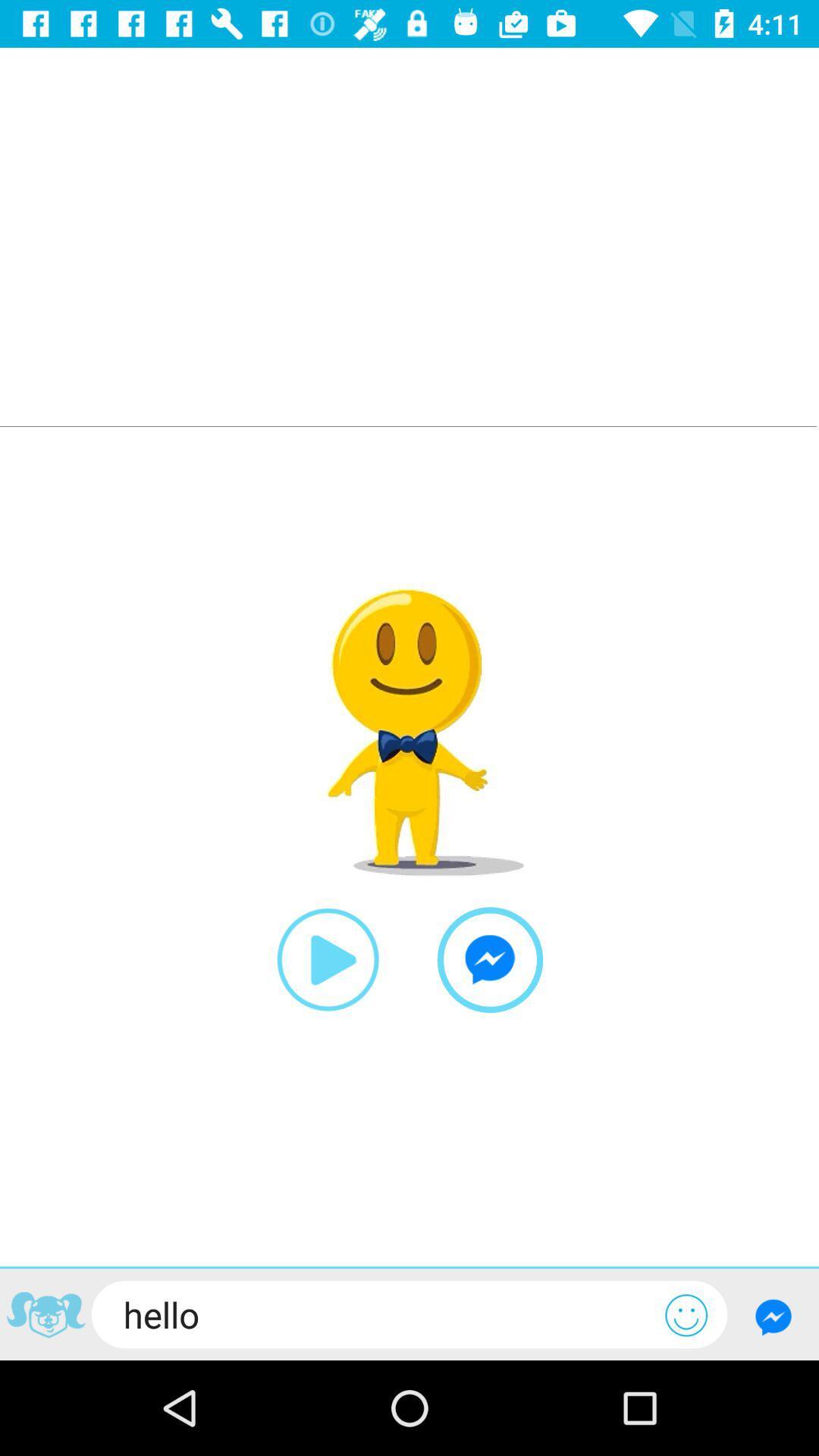 This screenshot has height=1456, width=819. What do you see at coordinates (490, 959) in the screenshot?
I see `share in message` at bounding box center [490, 959].